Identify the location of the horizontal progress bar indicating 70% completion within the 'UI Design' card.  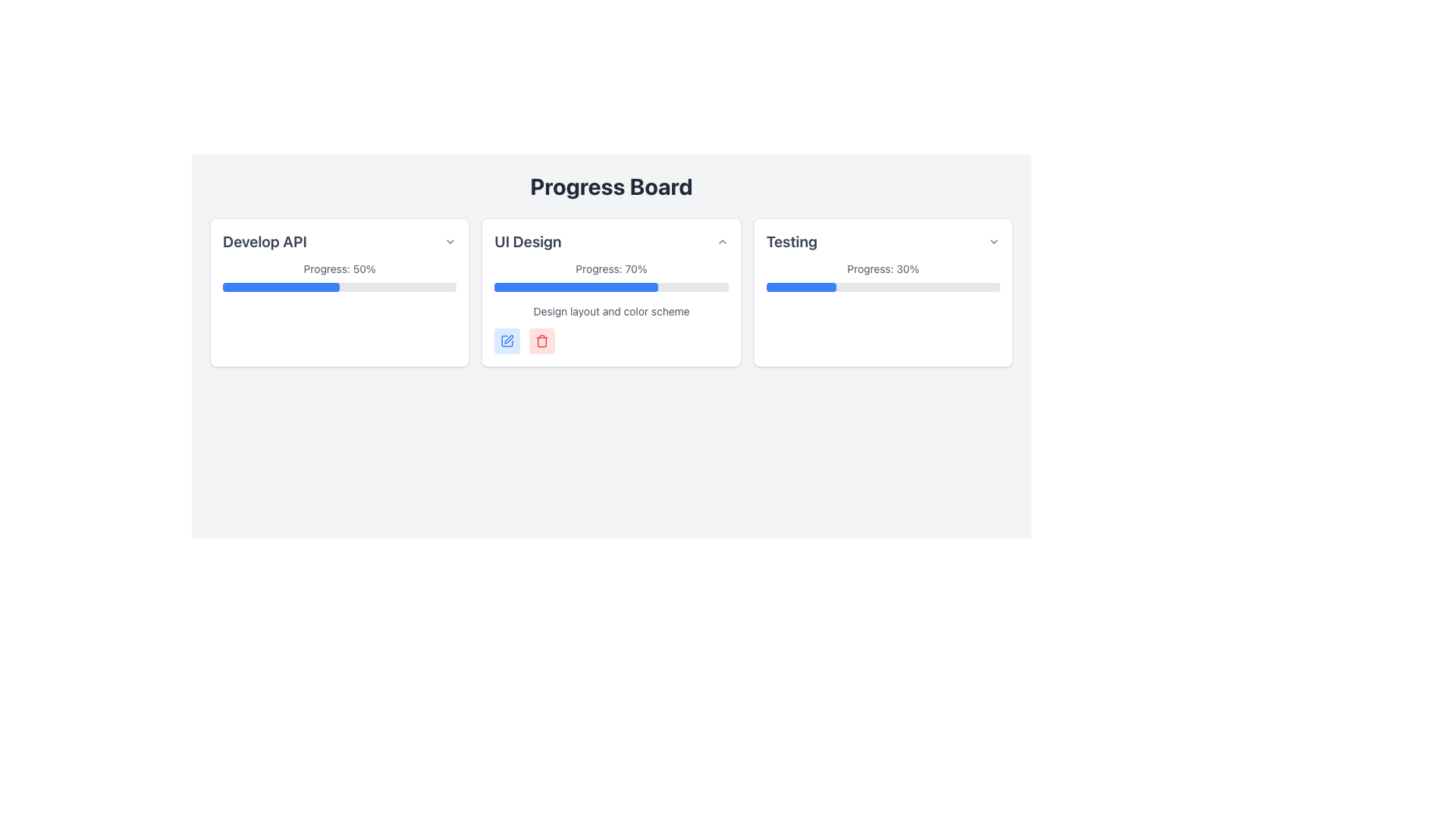
(611, 287).